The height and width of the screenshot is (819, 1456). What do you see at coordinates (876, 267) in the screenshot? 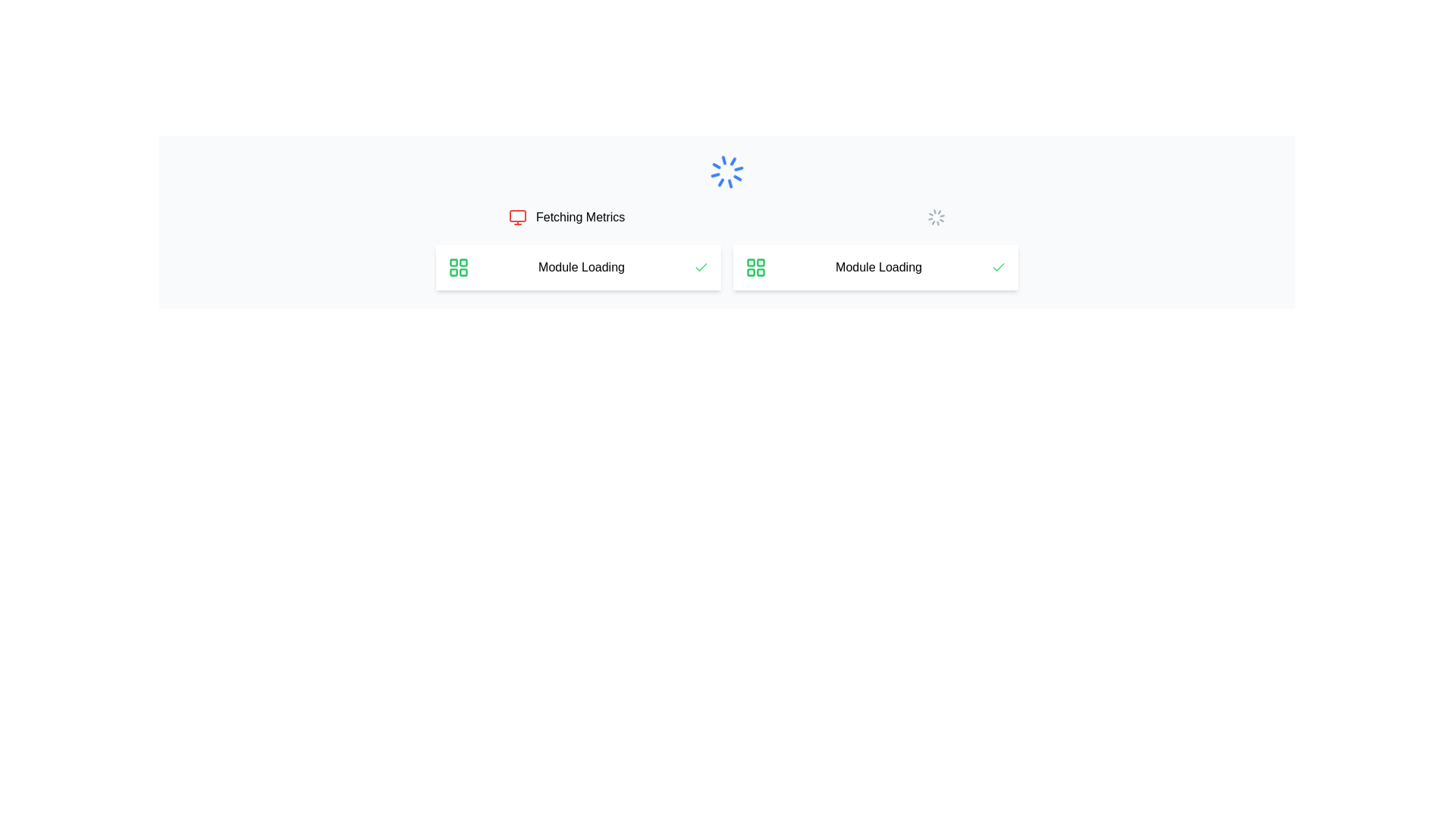
I see `the Informational panel displaying 'Module Loading' with a green grid pattern icon and a green checkmark icon` at bounding box center [876, 267].